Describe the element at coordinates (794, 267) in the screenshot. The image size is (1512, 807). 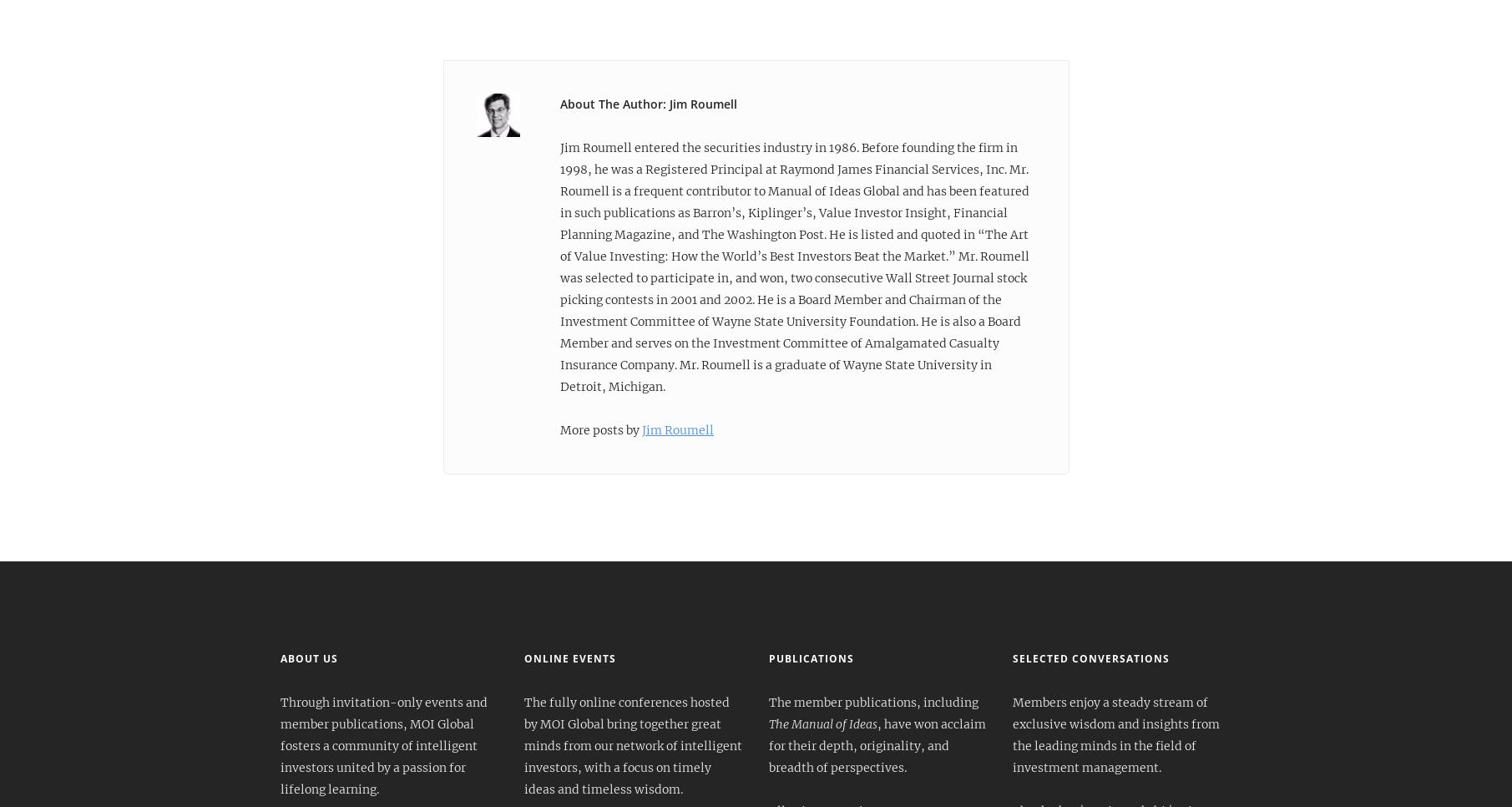
I see `'Jim Roumell entered the securities industry in 1986. Before founding the firm in 1998, he was a Registered Principal at Raymond James Financial Services, Inc. Mr. Roumell is a frequent contributor to Manual of Ideas Global and has been featured in such publications as Barron’s, Kiplinger’s, Value Investor Insight, Financial Planning Magazine, and The Washington Post. He is listed and quoted in “The Art of Value Investing: How the World’s Best Investors Beat the Market.” Mr. Roumell was selected to participate in, and won, two consecutive Wall Street Journal stock picking contests in 2001 and 2002. He is a Board Member and Chairman of the Investment Committee of Wayne State University Foundation. He is also a Board Member and serves on the Investment Committee of Amalgamated Casualty Insurance Company. Mr. Roumell is a graduate of Wayne State University in Detroit, Michigan.'` at that location.